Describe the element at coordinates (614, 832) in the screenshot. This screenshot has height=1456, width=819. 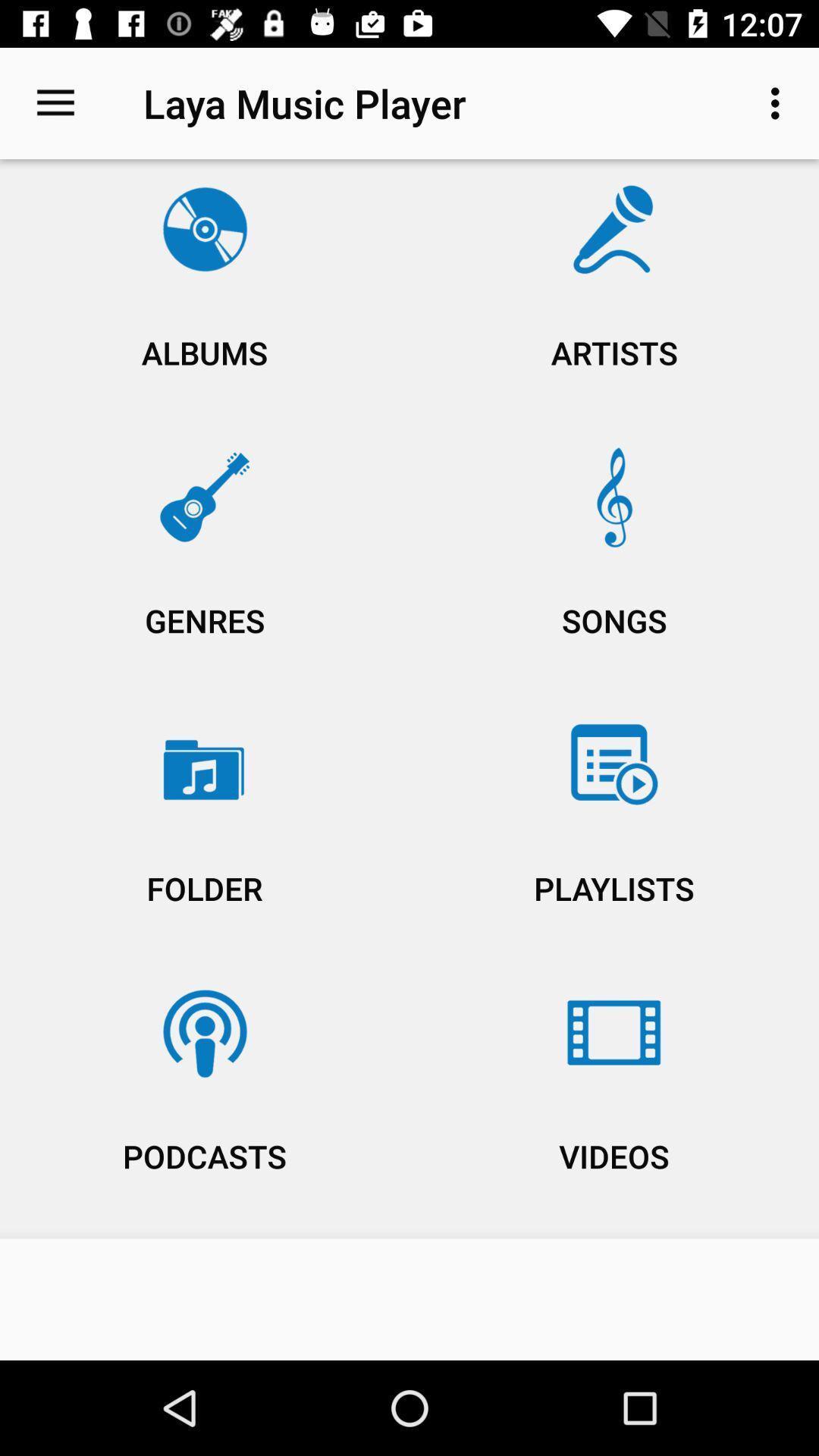
I see `playlists` at that location.